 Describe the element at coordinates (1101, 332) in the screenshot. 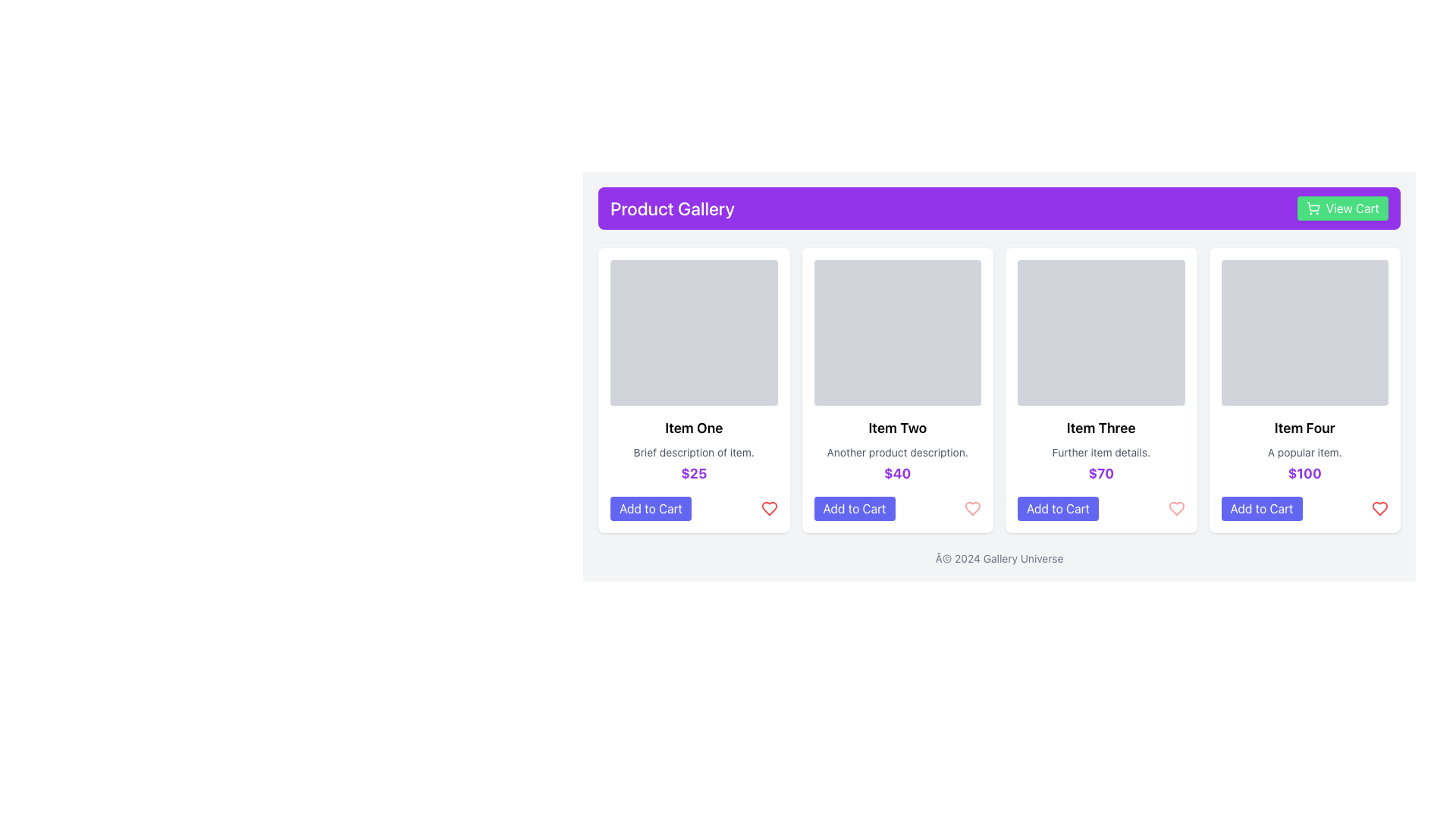

I see `the gray rectangular block with rounded corners that serves as an image placeholder, located above the title of 'Item Three'` at that location.